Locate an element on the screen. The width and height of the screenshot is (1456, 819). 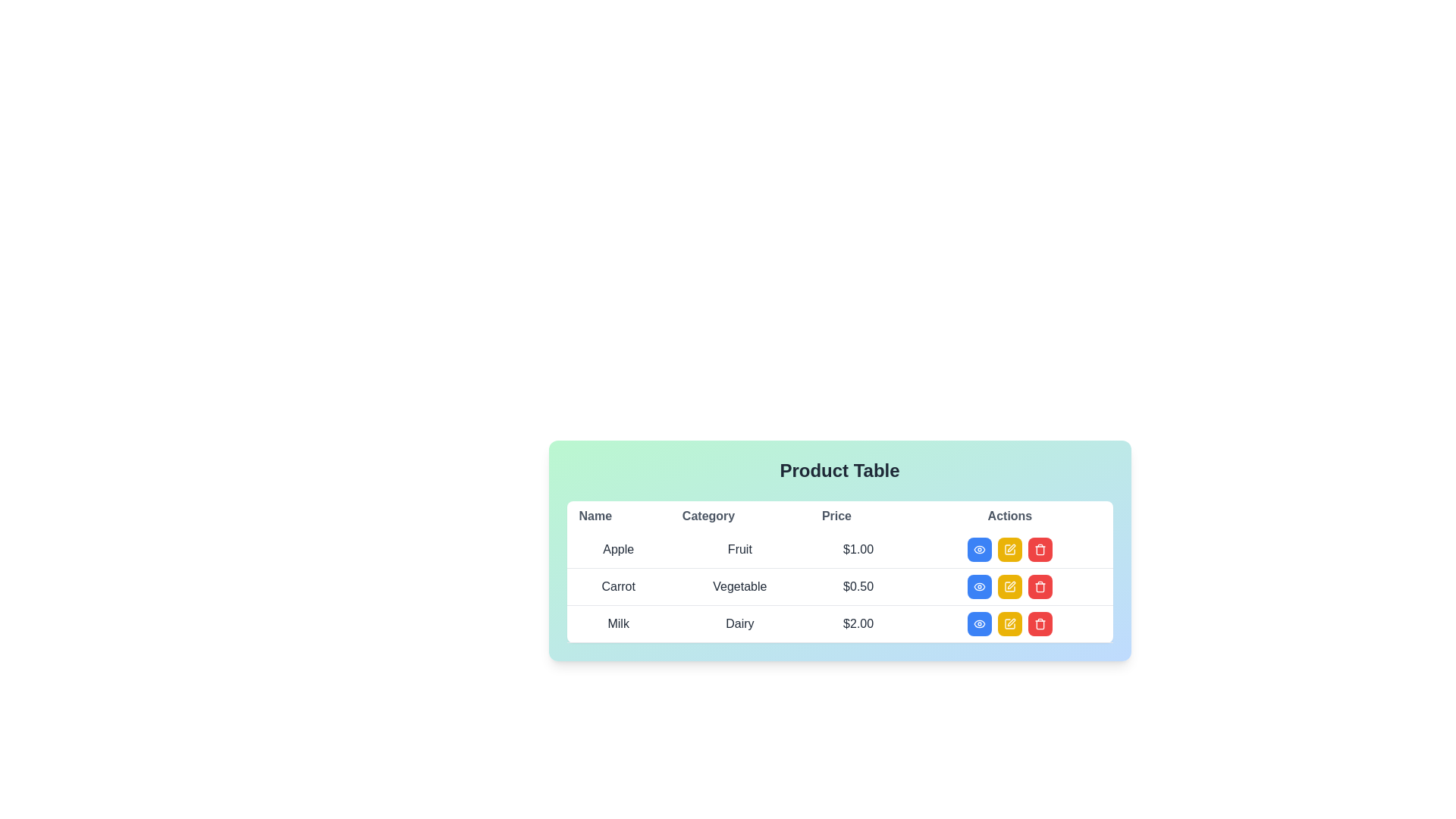
the edit control button for the 'Milk' row item in the 'Actions' column is located at coordinates (1009, 623).